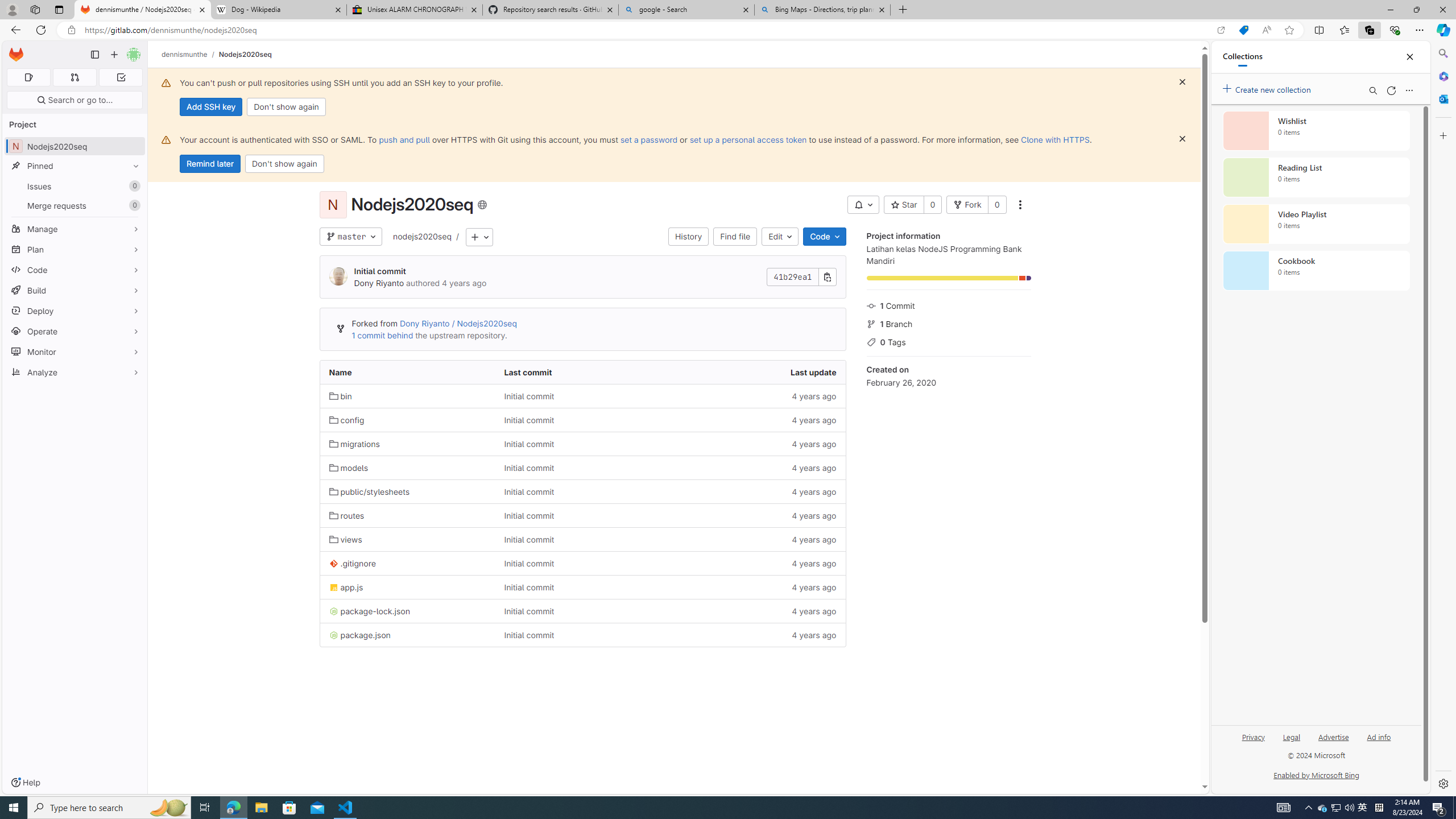  I want to click on 'Dismiss', so click(1182, 139).